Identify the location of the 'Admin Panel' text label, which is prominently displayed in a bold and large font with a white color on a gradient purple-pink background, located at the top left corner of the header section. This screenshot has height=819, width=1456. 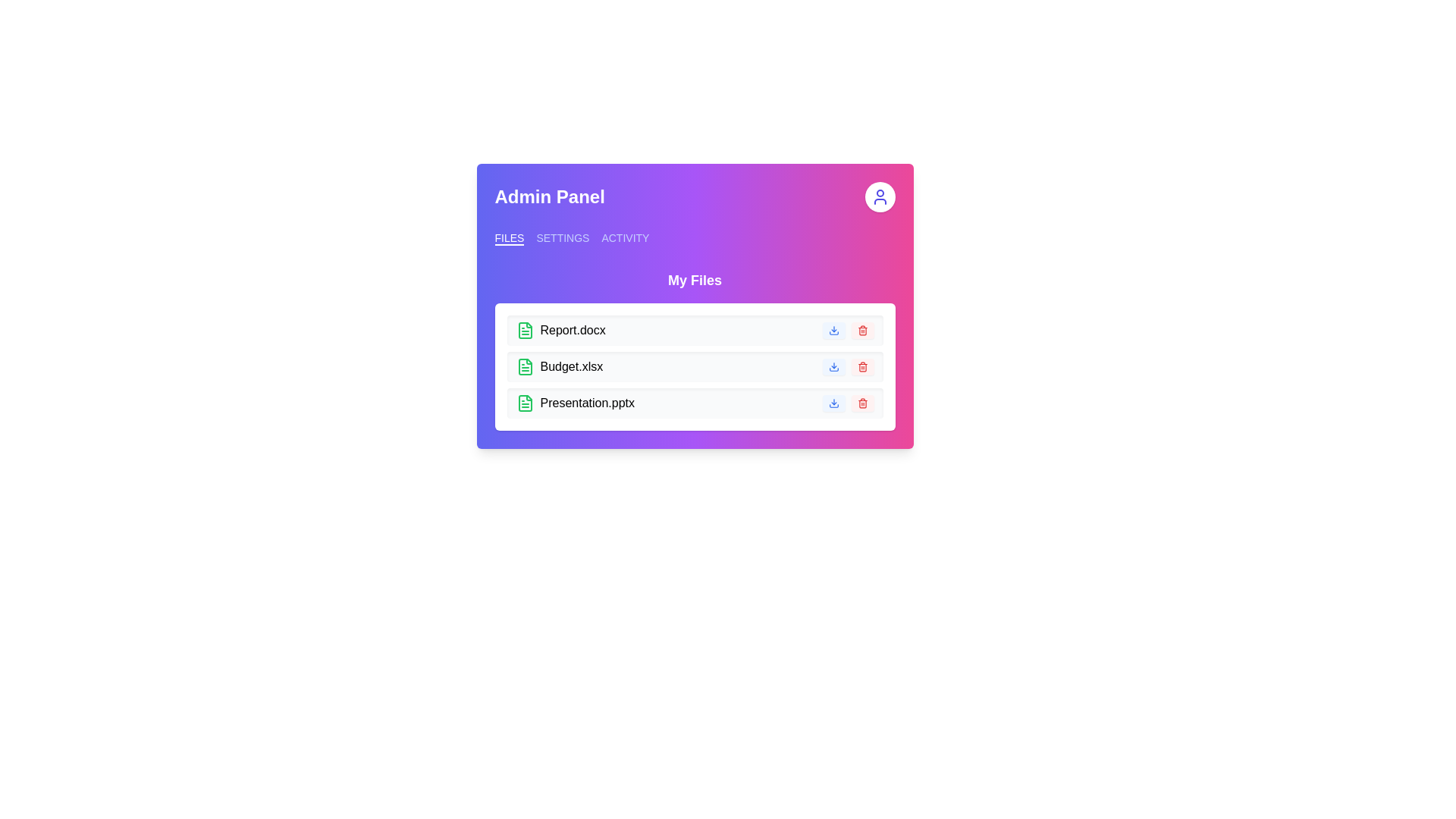
(549, 196).